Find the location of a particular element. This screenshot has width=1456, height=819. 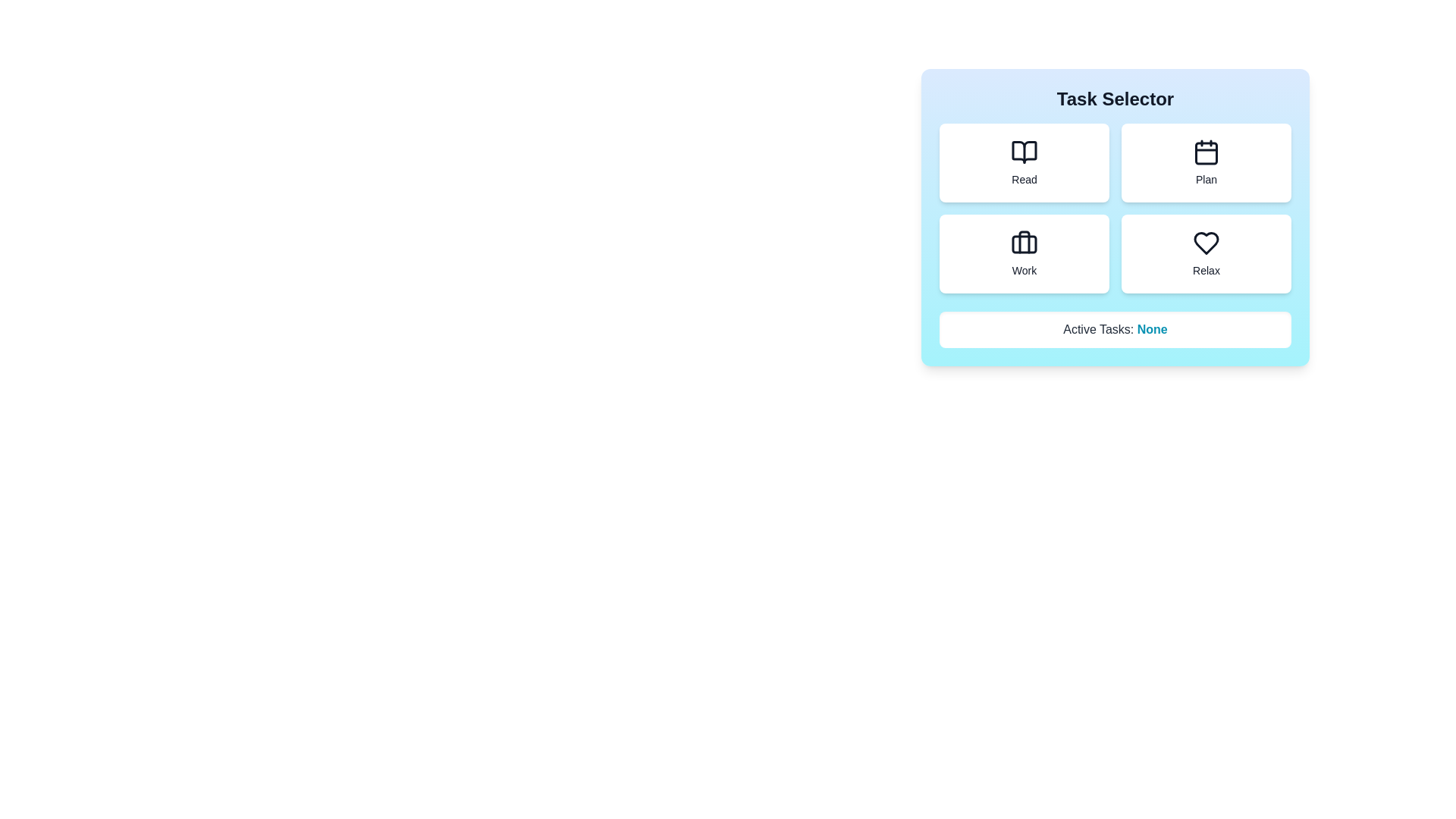

the task button labeled Work to activate it is located at coordinates (1024, 253).